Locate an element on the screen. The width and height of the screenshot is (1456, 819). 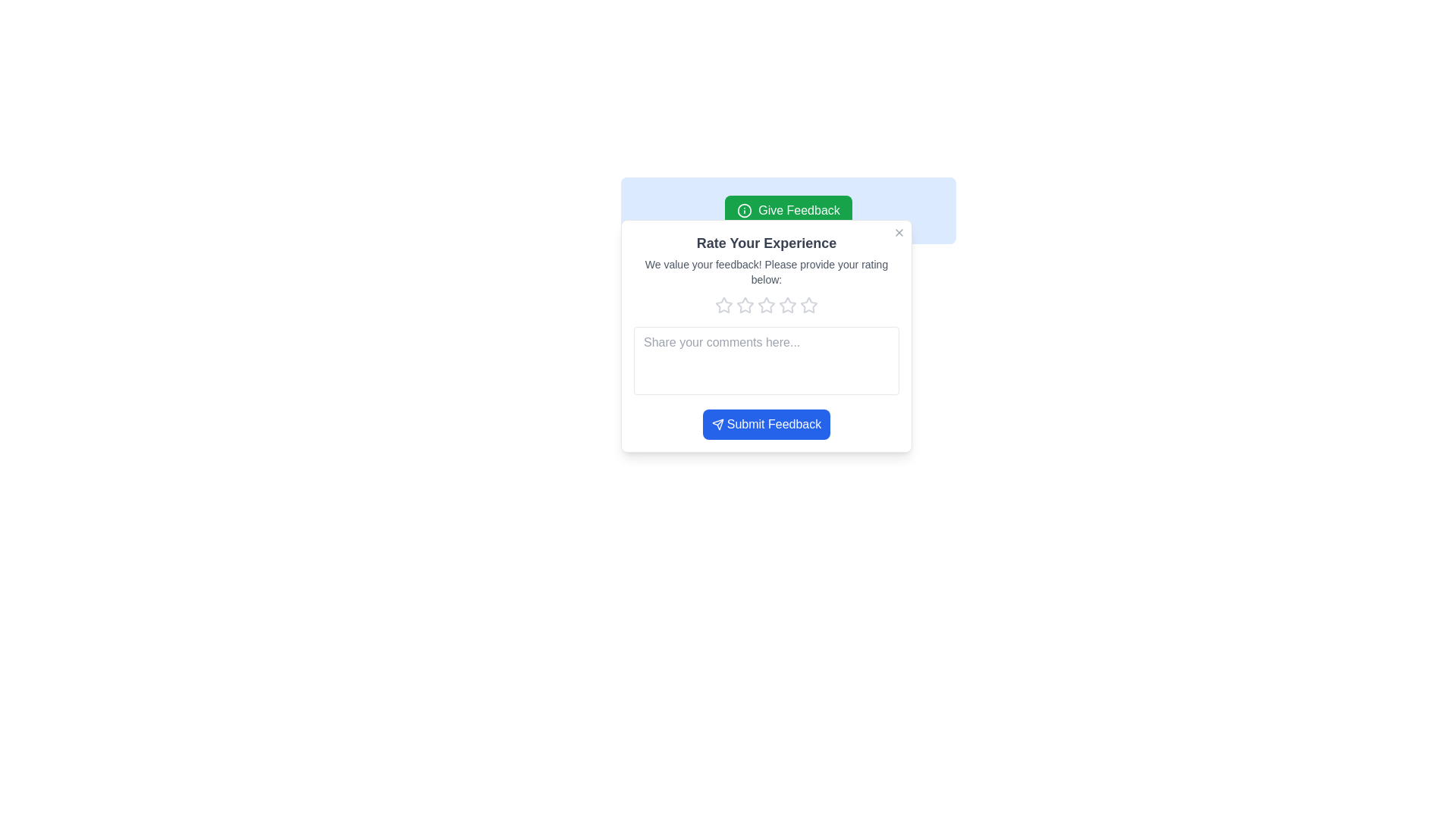
from the second star-shaped icon in the five-star rating system is located at coordinates (767, 305).